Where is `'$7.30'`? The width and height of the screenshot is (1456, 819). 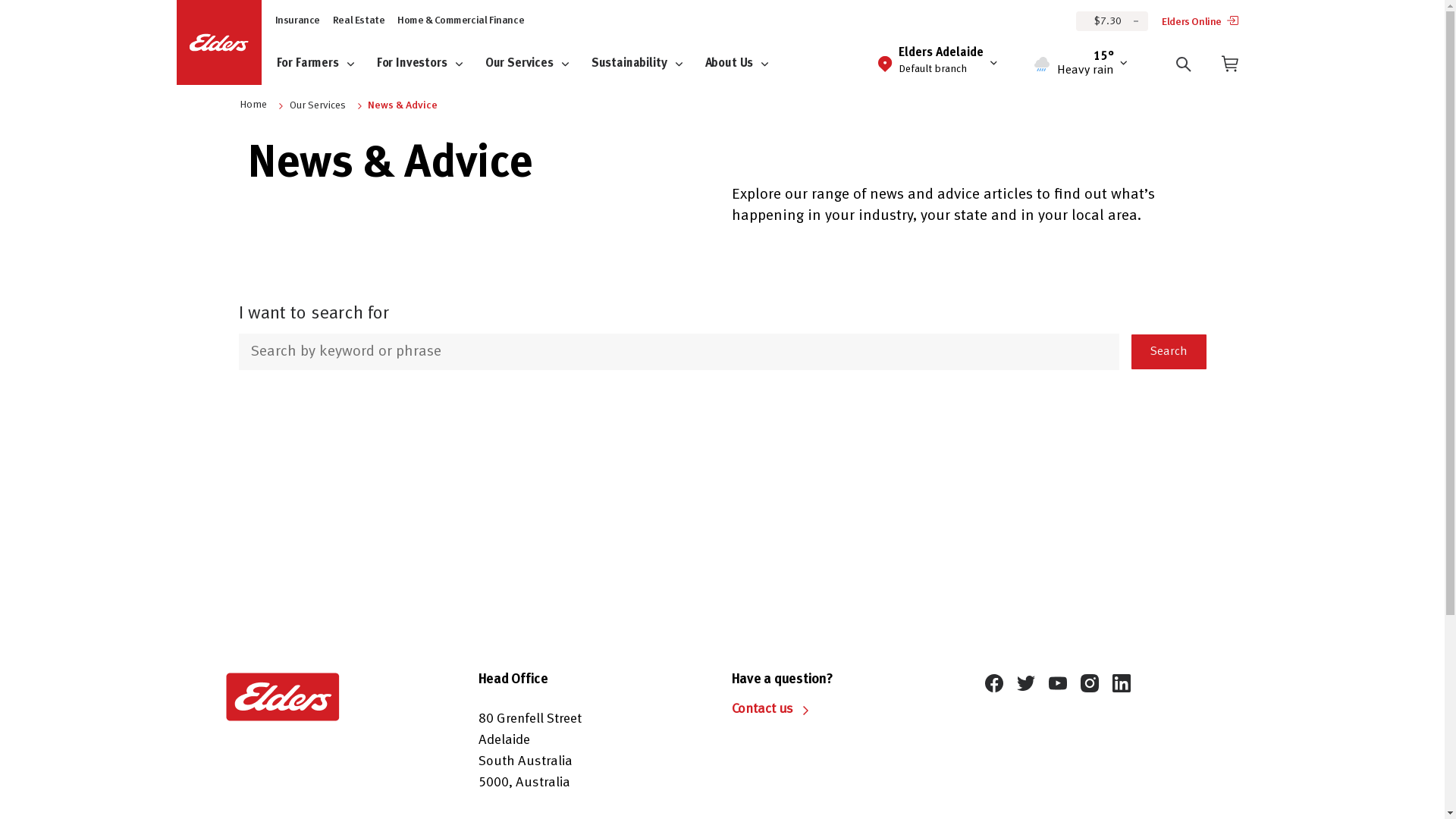 '$7.30' is located at coordinates (1073, 20).